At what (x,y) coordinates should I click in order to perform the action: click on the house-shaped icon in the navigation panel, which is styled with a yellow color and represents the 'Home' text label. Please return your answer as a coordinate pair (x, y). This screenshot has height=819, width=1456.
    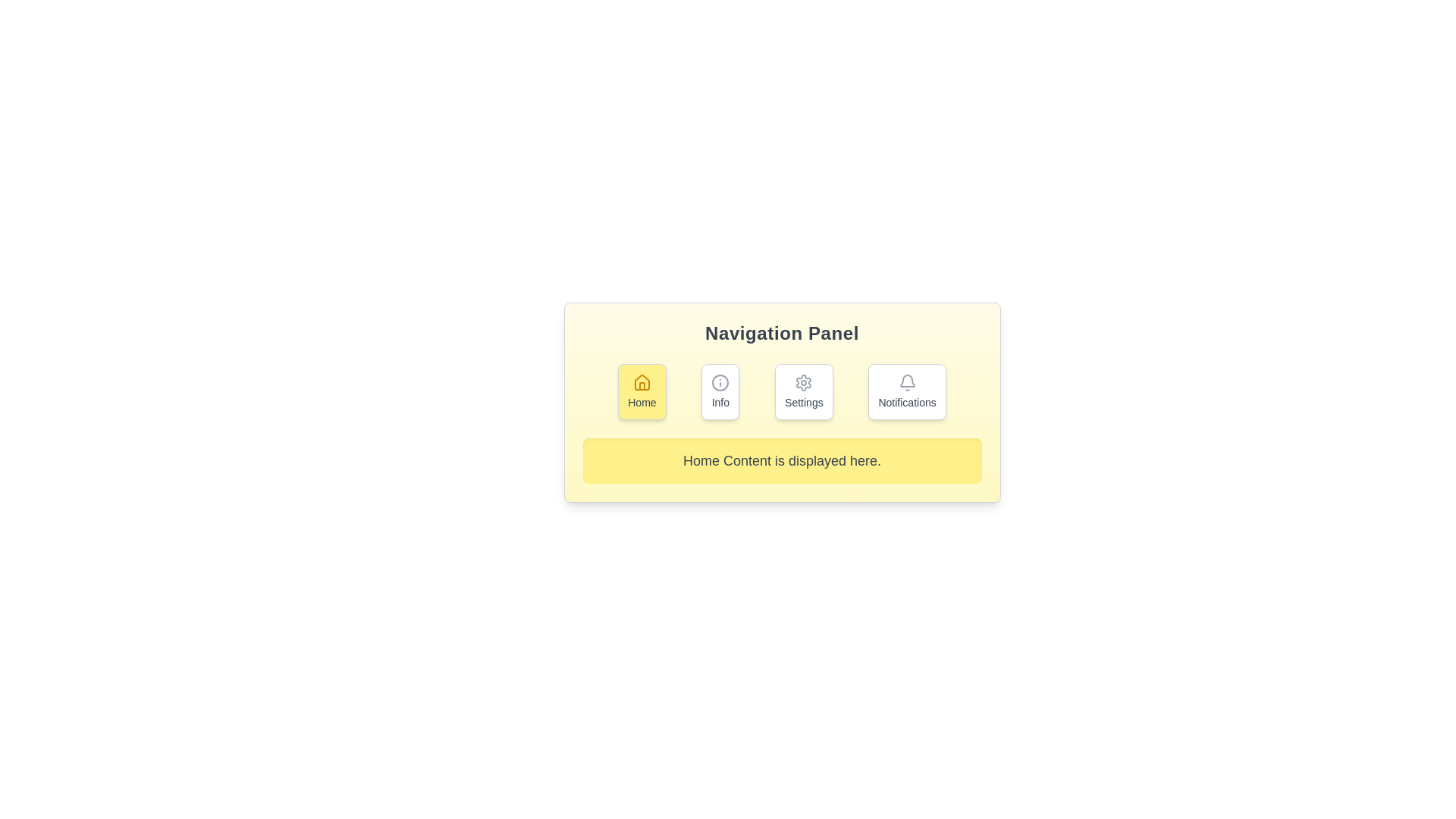
    Looking at the image, I should click on (642, 382).